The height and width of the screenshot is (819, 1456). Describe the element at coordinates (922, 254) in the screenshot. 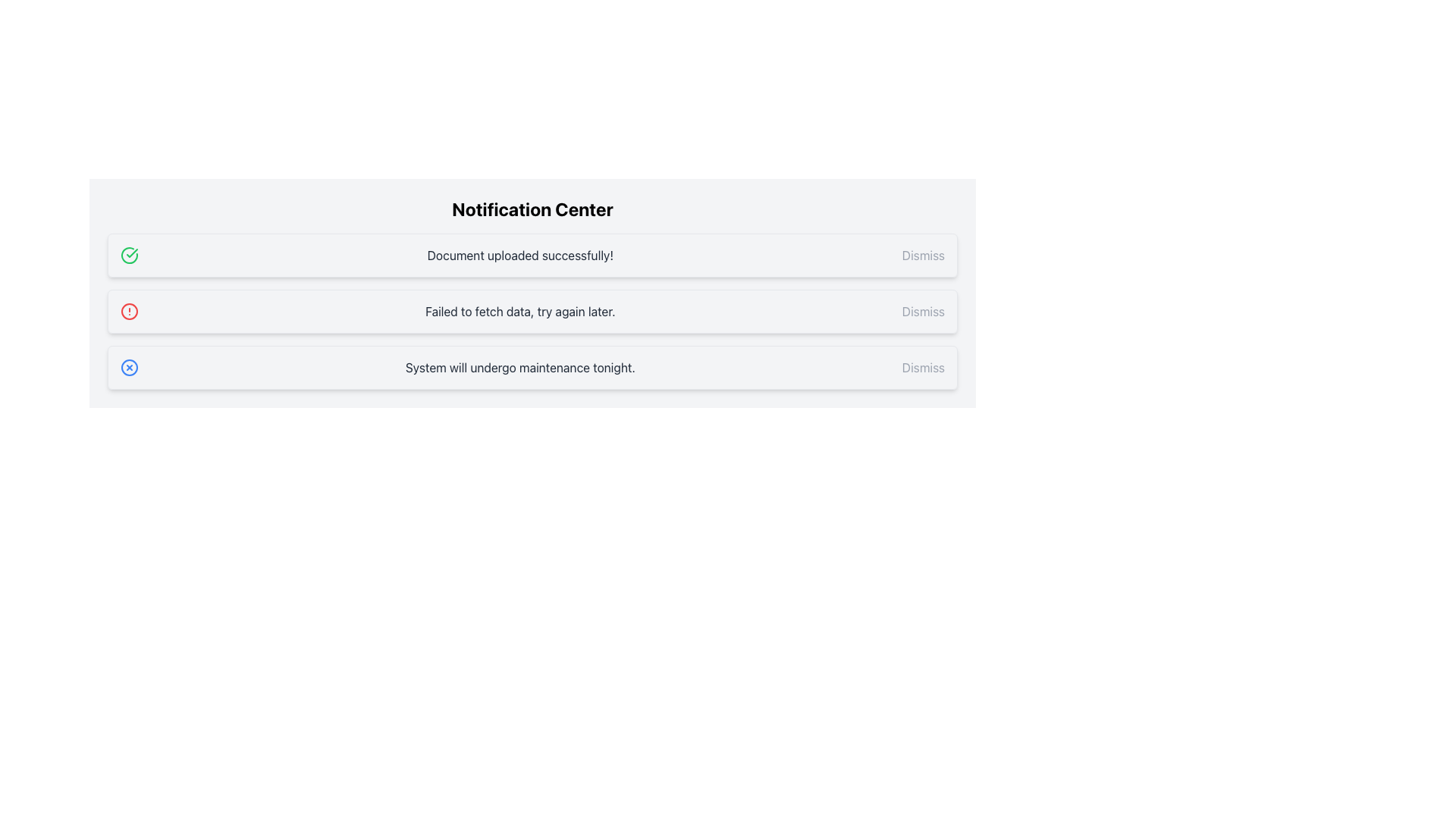

I see `the 'Dismiss' button, which is a gray text label that turns red on hover, located to the far-right of the notification message 'Document uploaded successfully!'` at that location.